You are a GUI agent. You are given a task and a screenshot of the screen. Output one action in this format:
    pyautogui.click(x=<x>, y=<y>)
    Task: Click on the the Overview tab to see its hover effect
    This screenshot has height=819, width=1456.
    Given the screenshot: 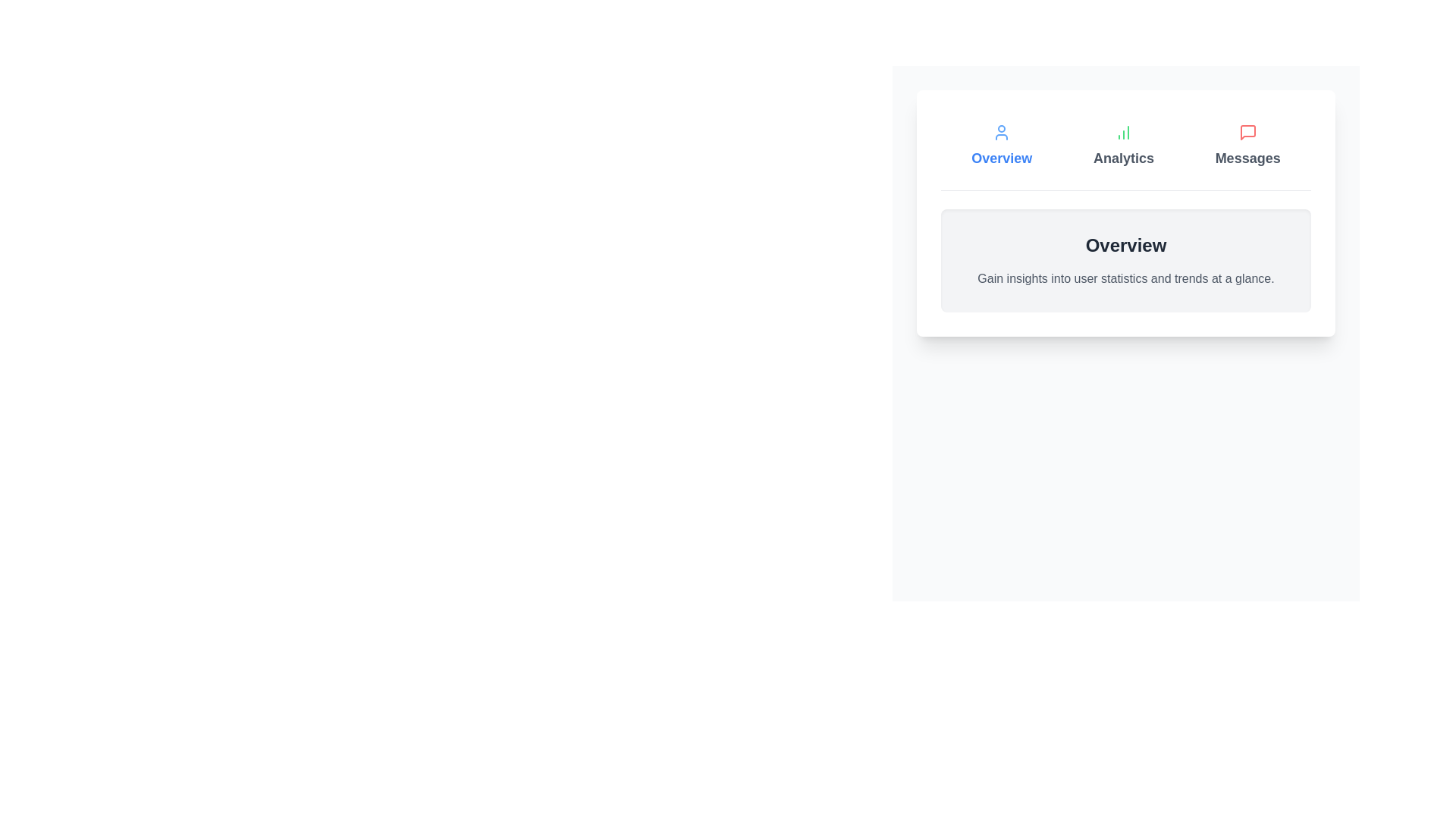 What is the action you would take?
    pyautogui.click(x=1002, y=146)
    